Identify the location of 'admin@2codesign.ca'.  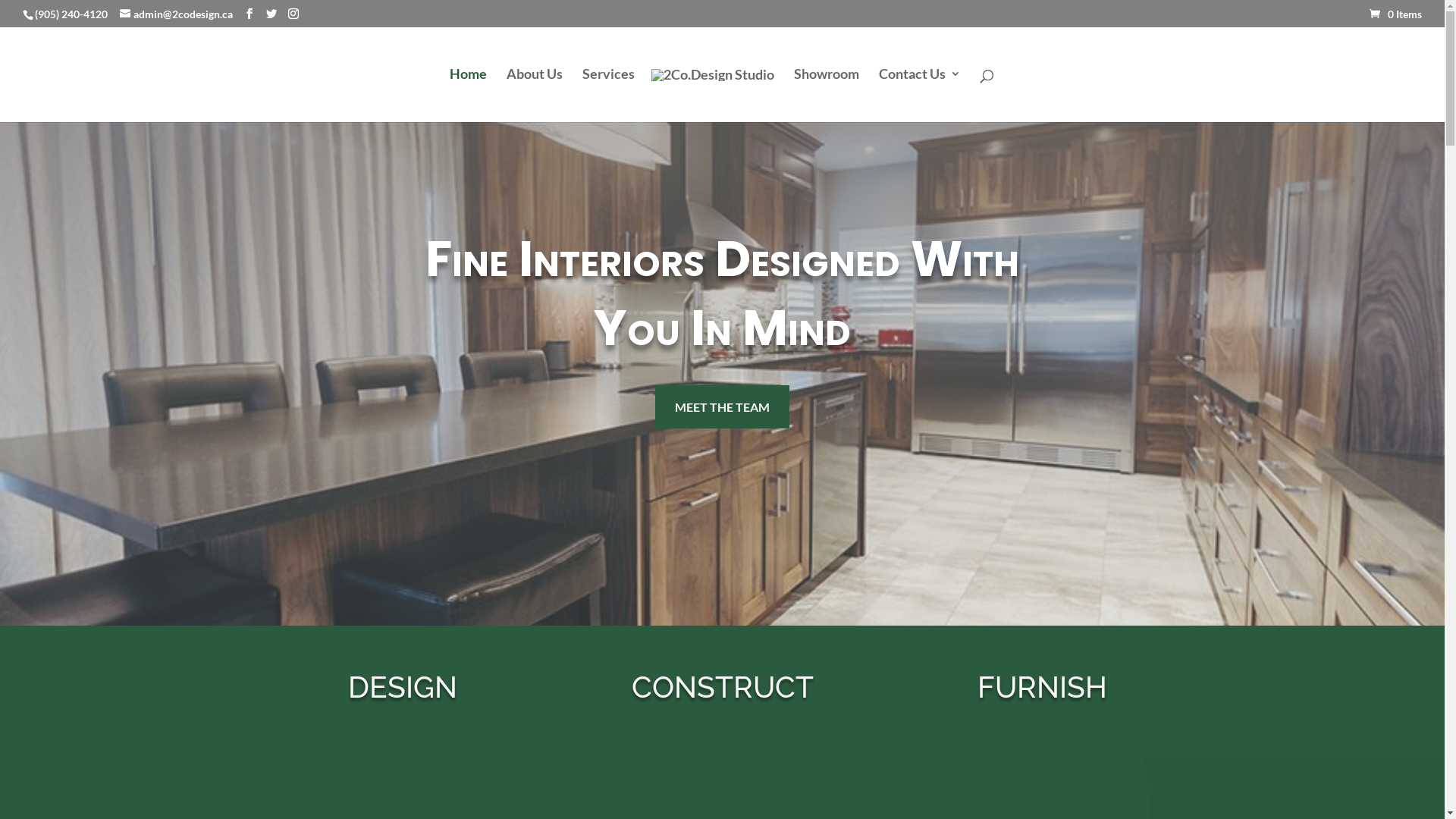
(176, 14).